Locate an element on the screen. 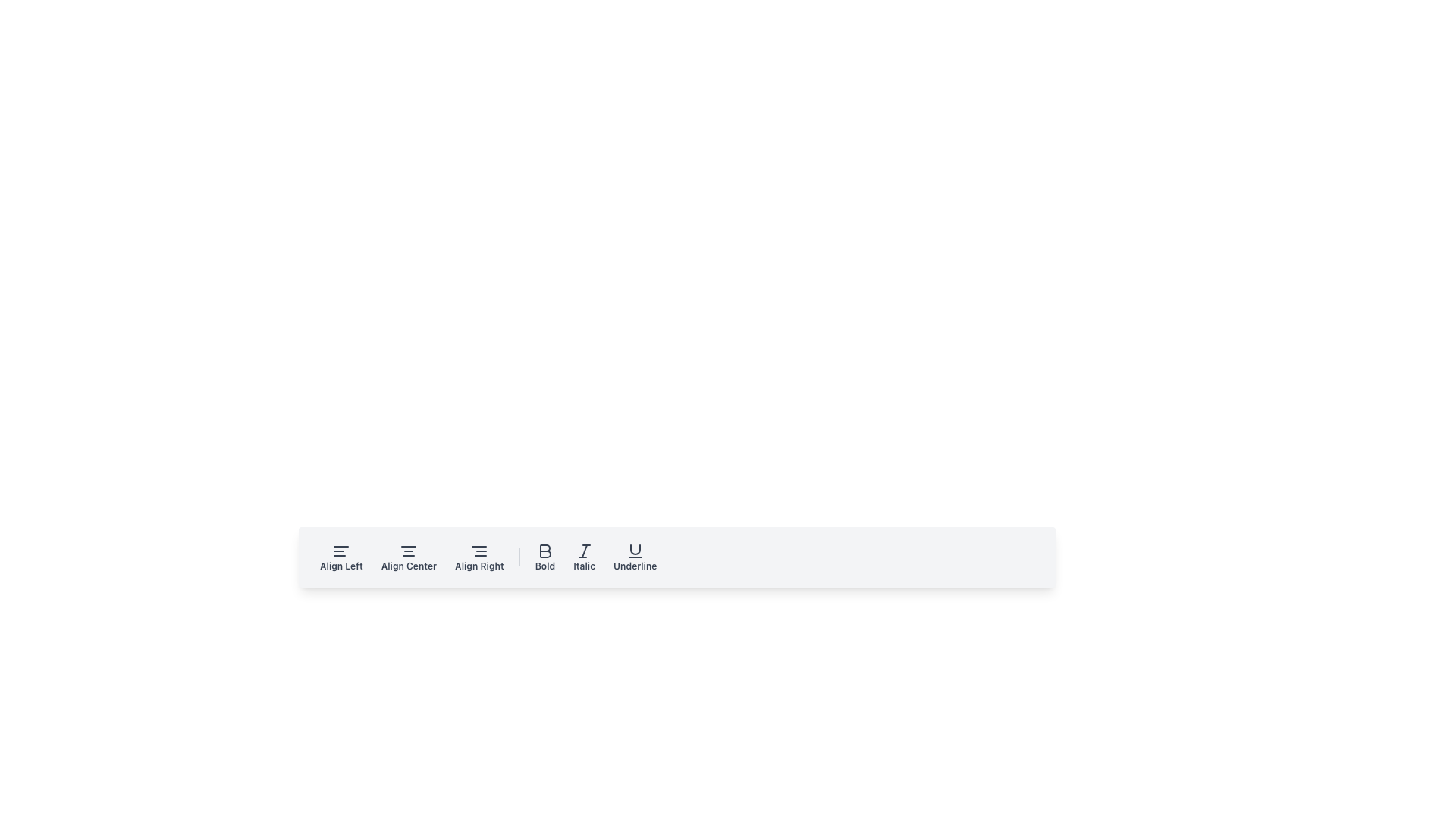  the italic button located in the toolbar is located at coordinates (583, 557).